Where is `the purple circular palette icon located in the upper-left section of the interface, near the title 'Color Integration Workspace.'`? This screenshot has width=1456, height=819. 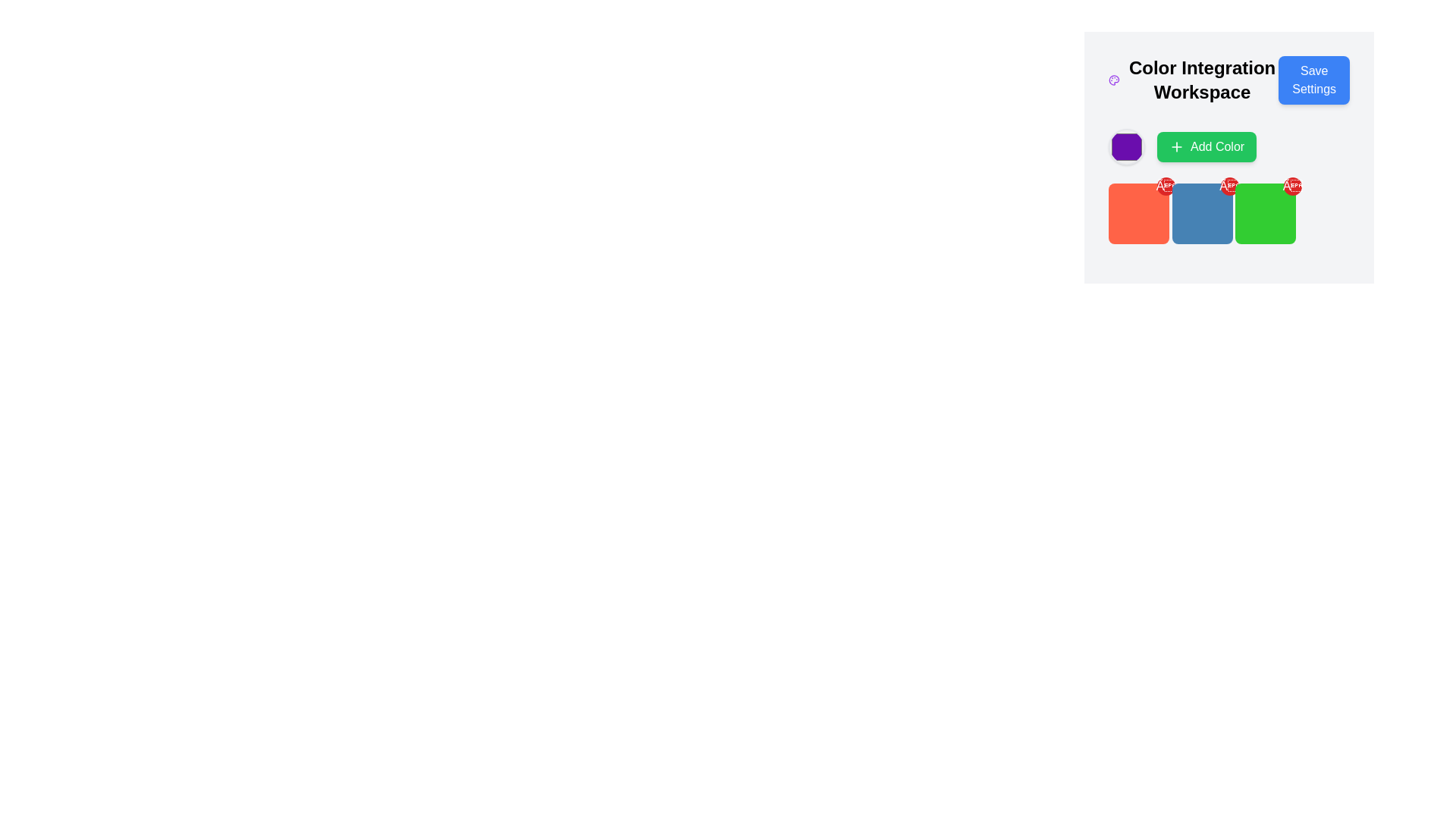
the purple circular palette icon located in the upper-left section of the interface, near the title 'Color Integration Workspace.' is located at coordinates (1114, 80).